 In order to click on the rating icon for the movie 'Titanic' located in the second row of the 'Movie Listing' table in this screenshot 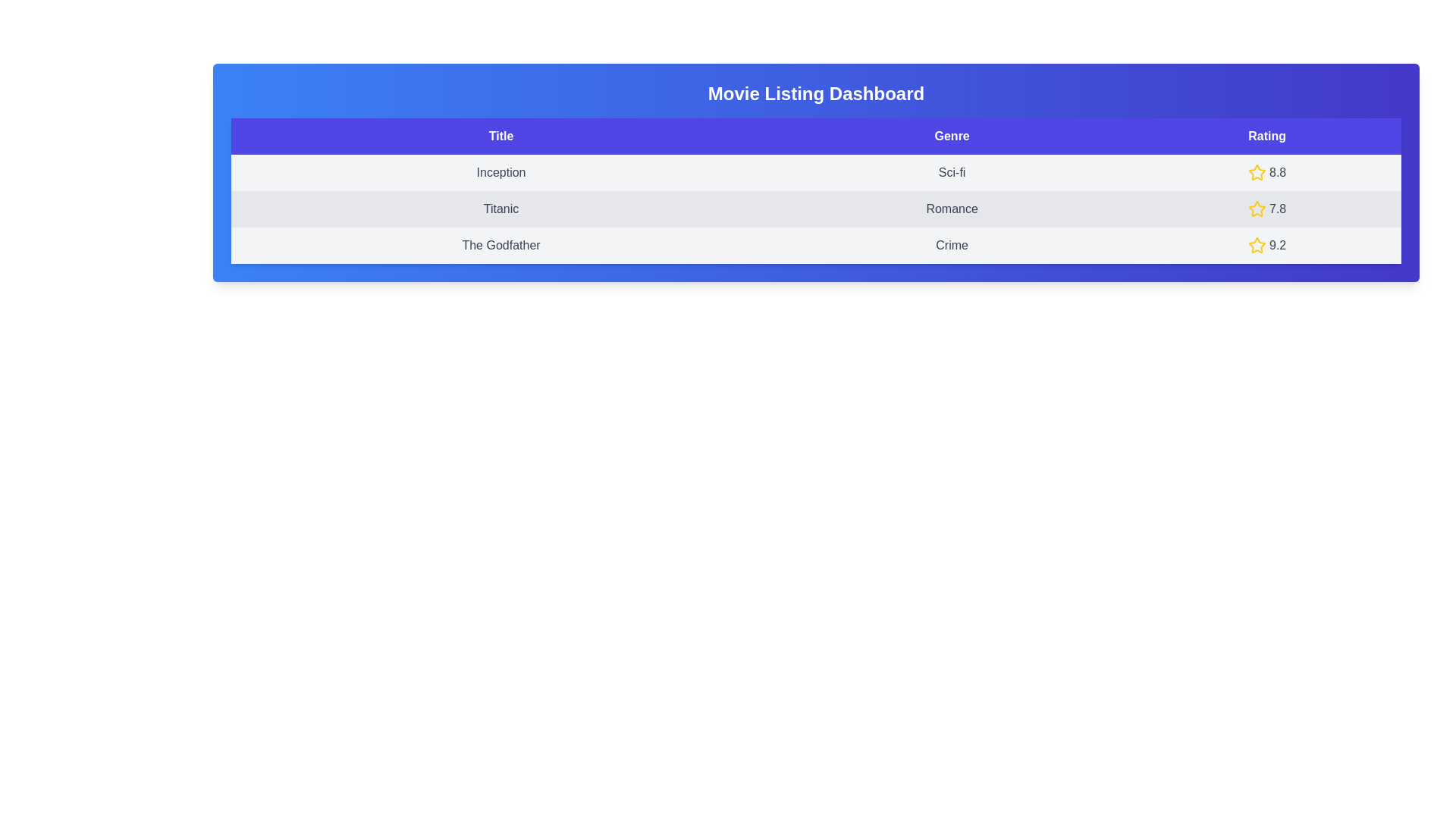, I will do `click(1257, 209)`.